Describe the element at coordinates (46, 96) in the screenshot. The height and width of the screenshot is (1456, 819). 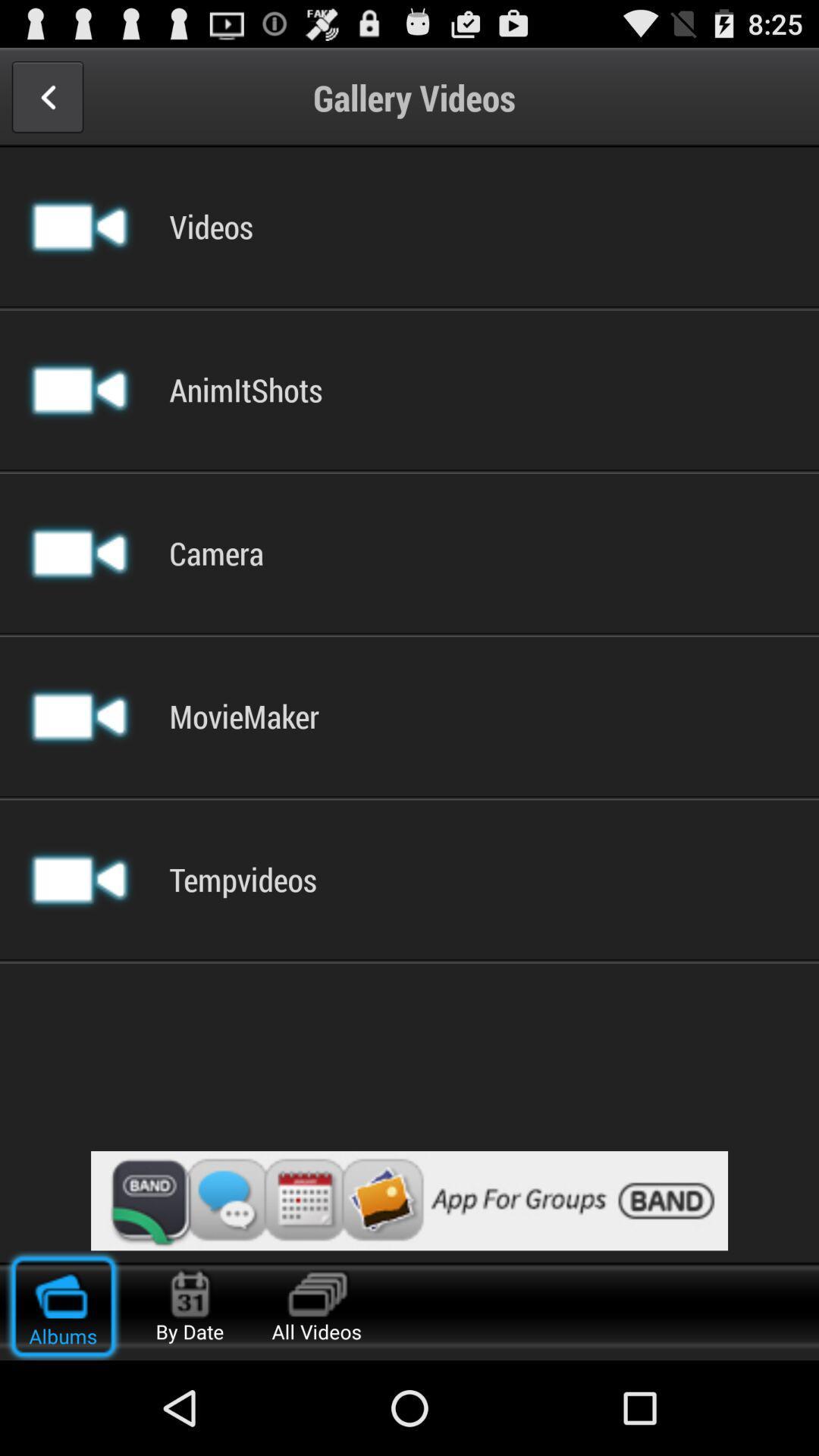
I see `go back` at that location.